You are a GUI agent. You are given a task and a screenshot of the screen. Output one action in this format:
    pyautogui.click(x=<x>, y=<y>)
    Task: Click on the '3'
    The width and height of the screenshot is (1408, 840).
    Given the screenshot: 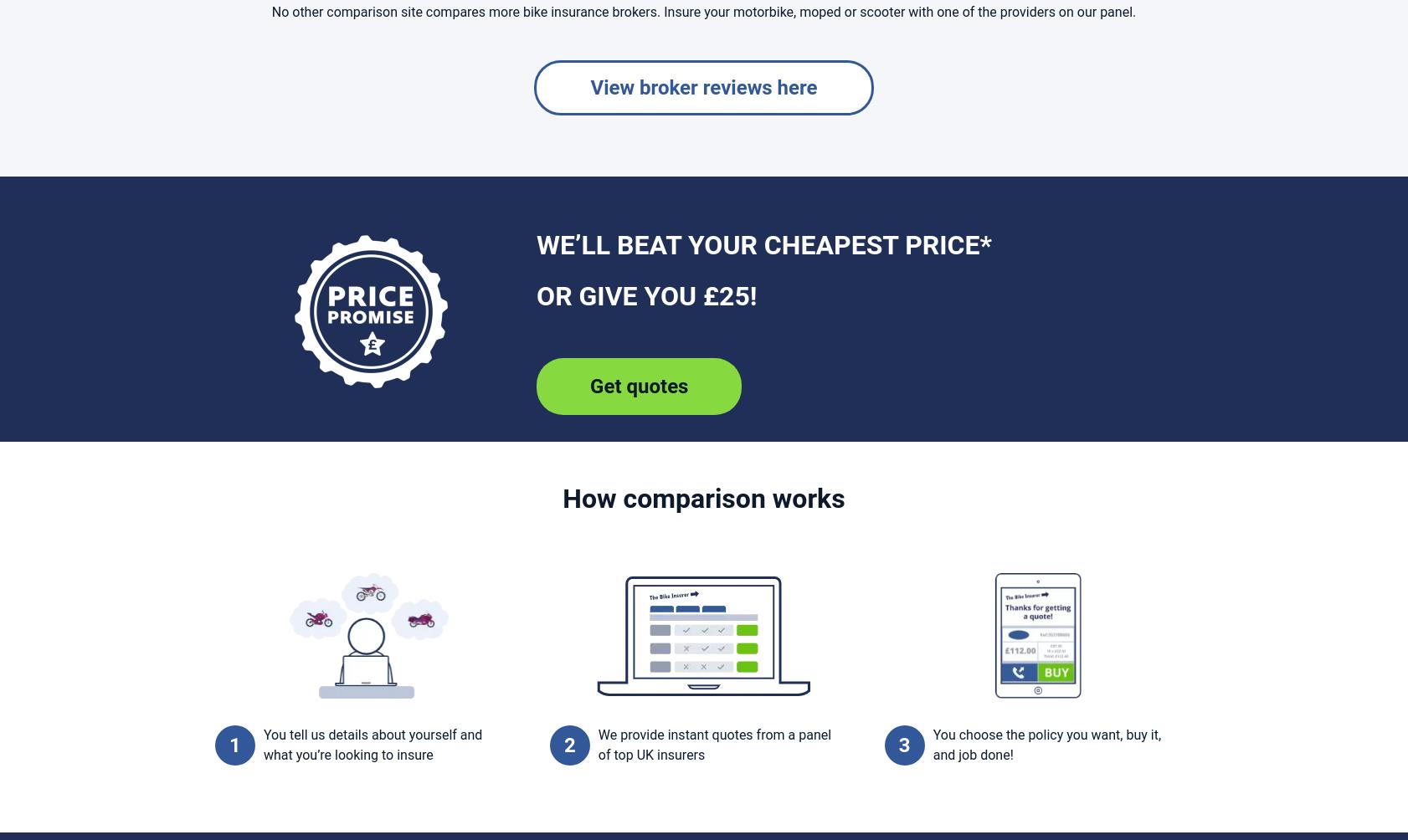 What is the action you would take?
    pyautogui.click(x=903, y=744)
    